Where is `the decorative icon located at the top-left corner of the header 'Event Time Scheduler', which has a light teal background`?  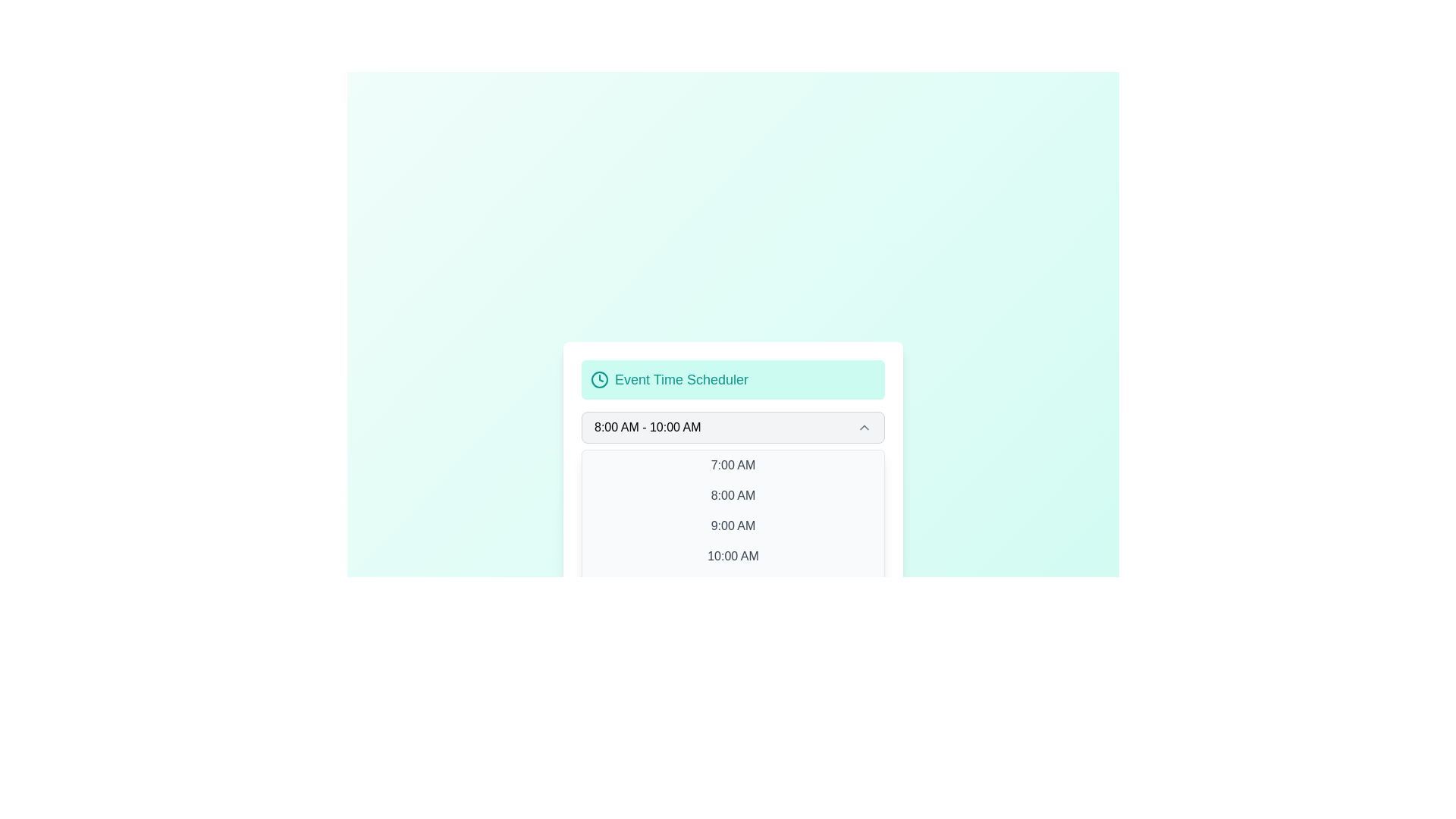 the decorative icon located at the top-left corner of the header 'Event Time Scheduler', which has a light teal background is located at coordinates (599, 379).